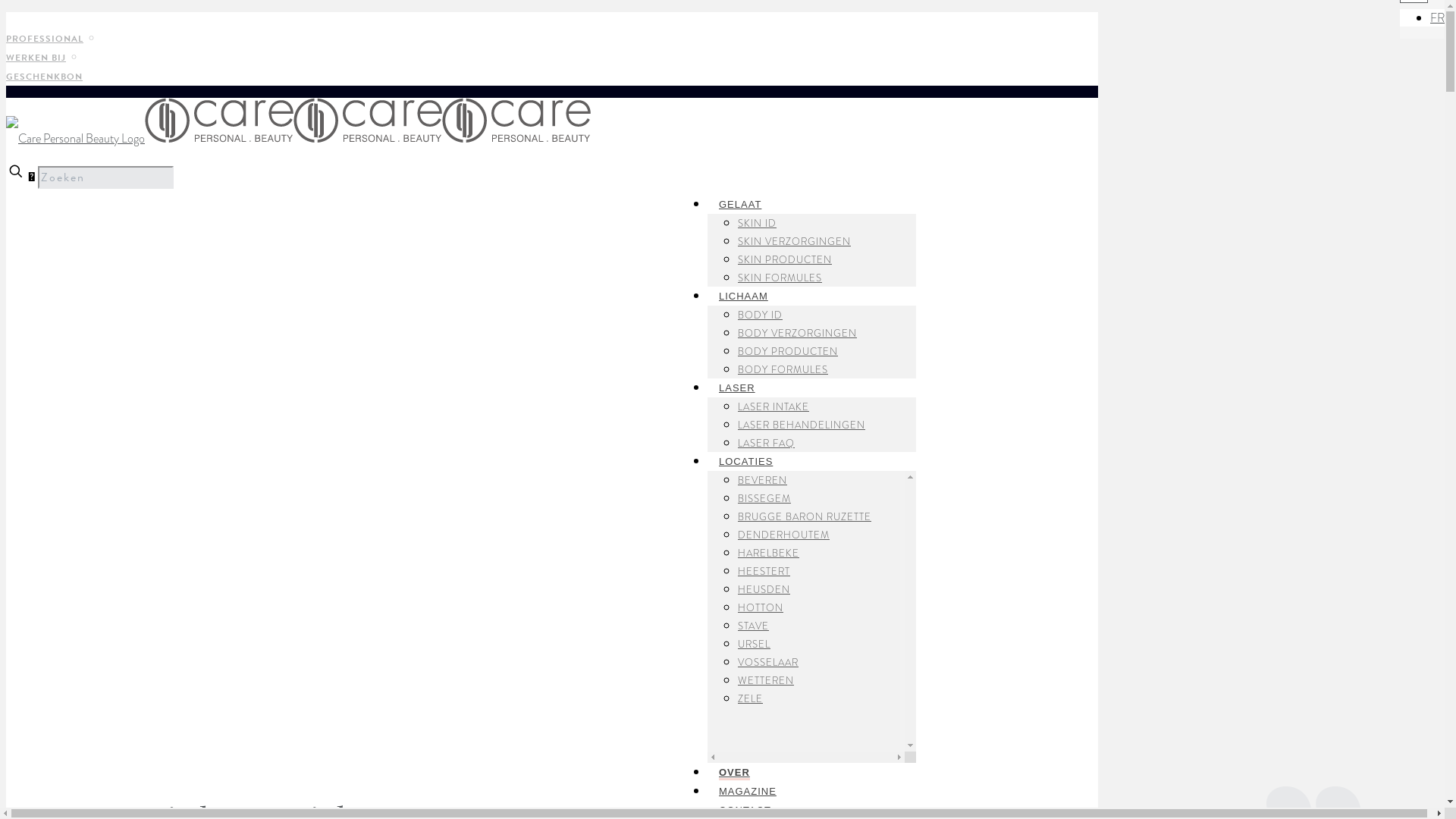 The height and width of the screenshot is (819, 1456). Describe the element at coordinates (745, 457) in the screenshot. I see `'LOCATIES'` at that location.